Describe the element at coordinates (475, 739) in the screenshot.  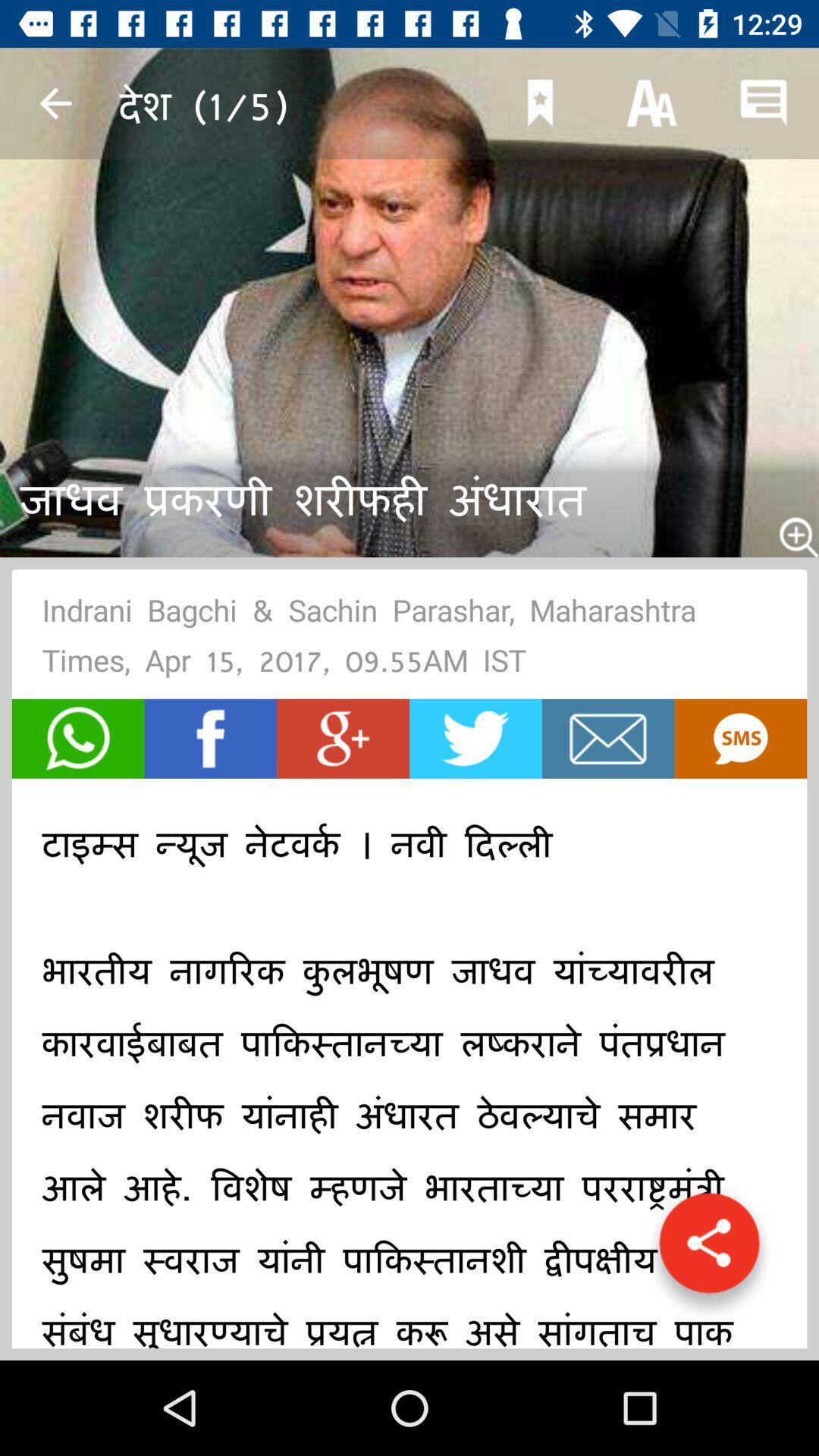
I see `item below indrani bagchi sachin` at that location.